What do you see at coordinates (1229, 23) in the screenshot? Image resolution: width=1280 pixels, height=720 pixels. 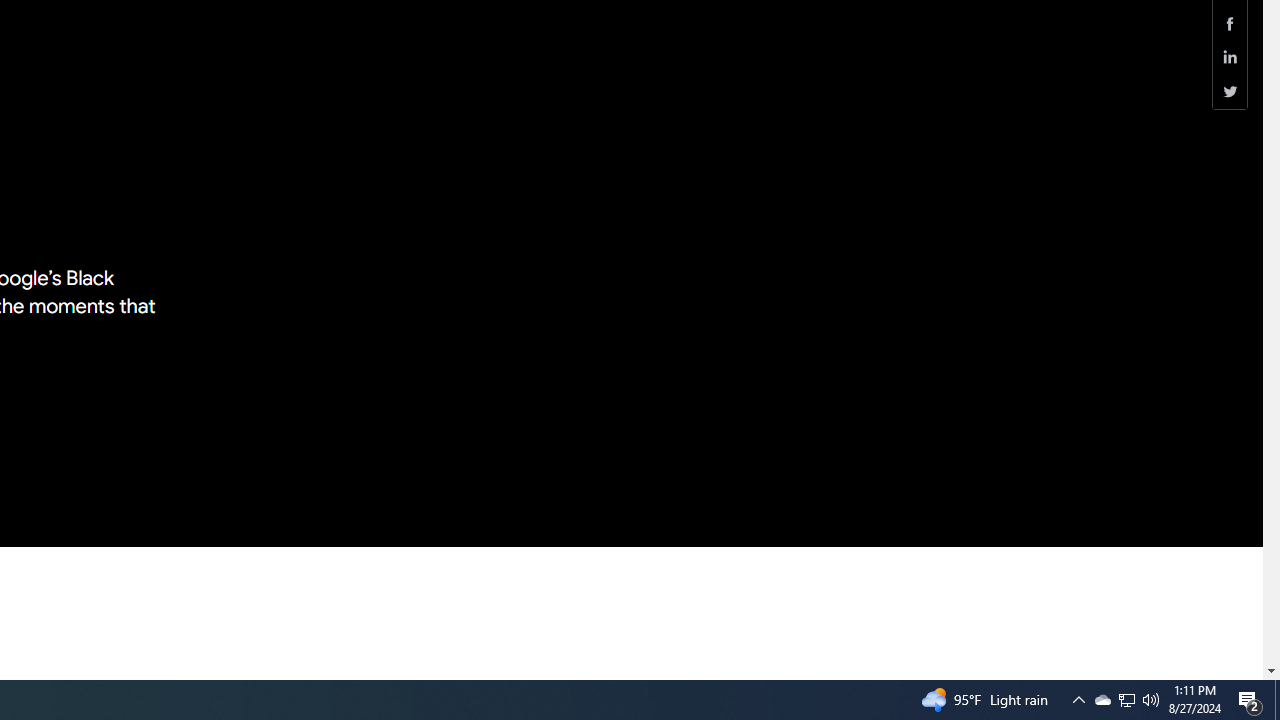 I see `'Share this page (Facebook)'` at bounding box center [1229, 23].